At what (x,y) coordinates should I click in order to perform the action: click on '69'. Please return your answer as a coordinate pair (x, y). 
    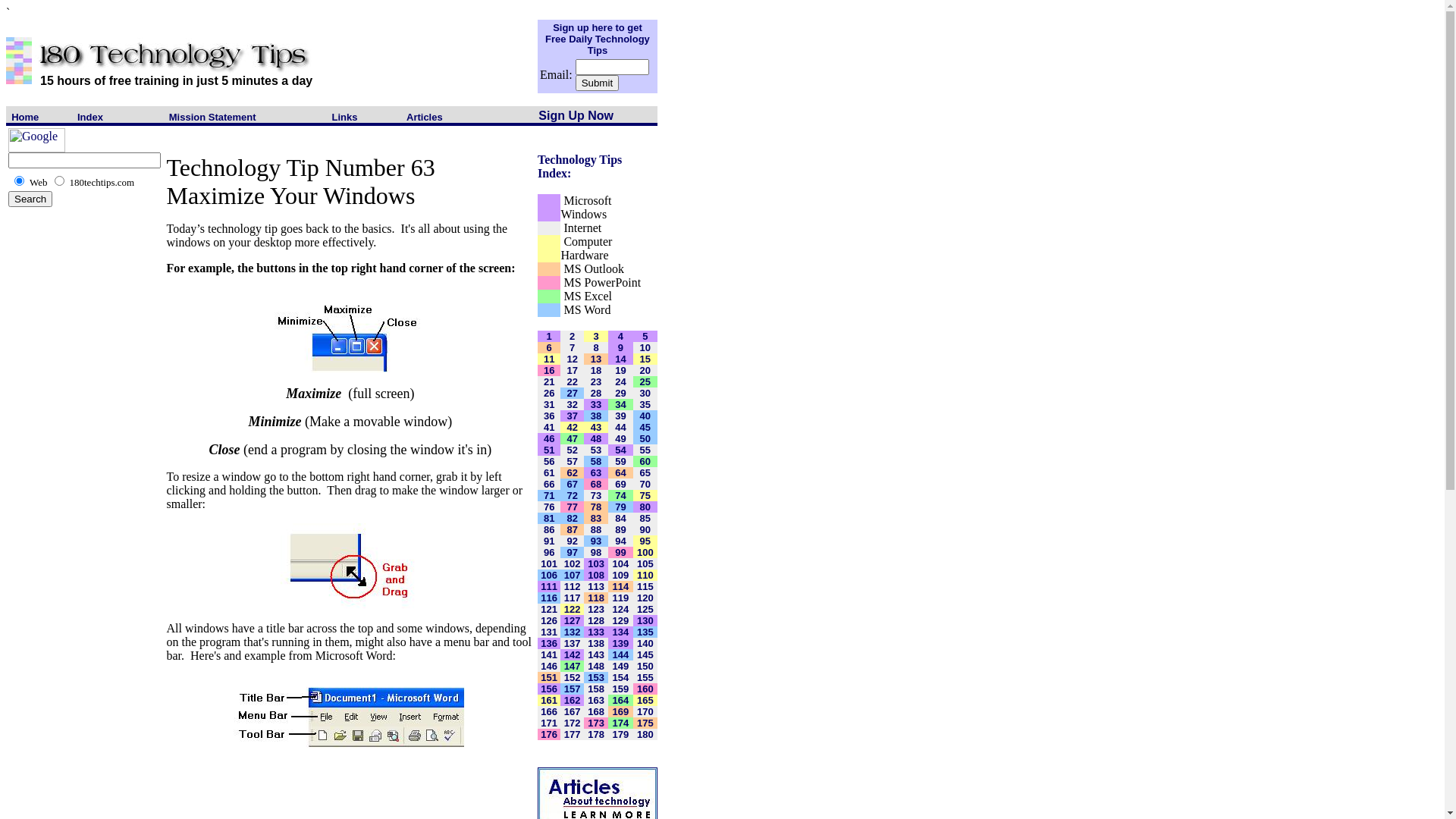
    Looking at the image, I should click on (620, 484).